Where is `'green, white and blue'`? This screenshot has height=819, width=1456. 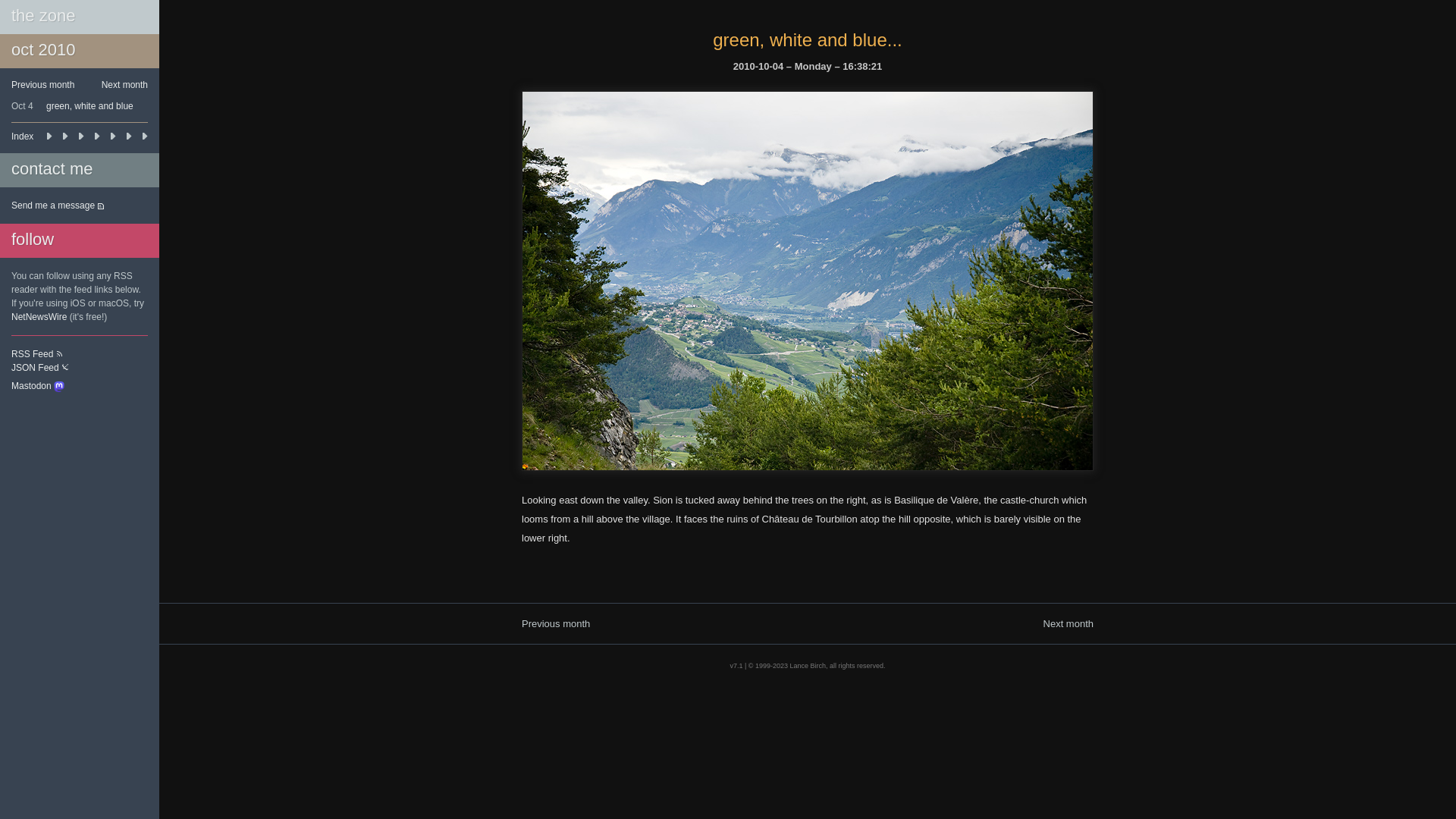
'green, white and blue' is located at coordinates (89, 105).